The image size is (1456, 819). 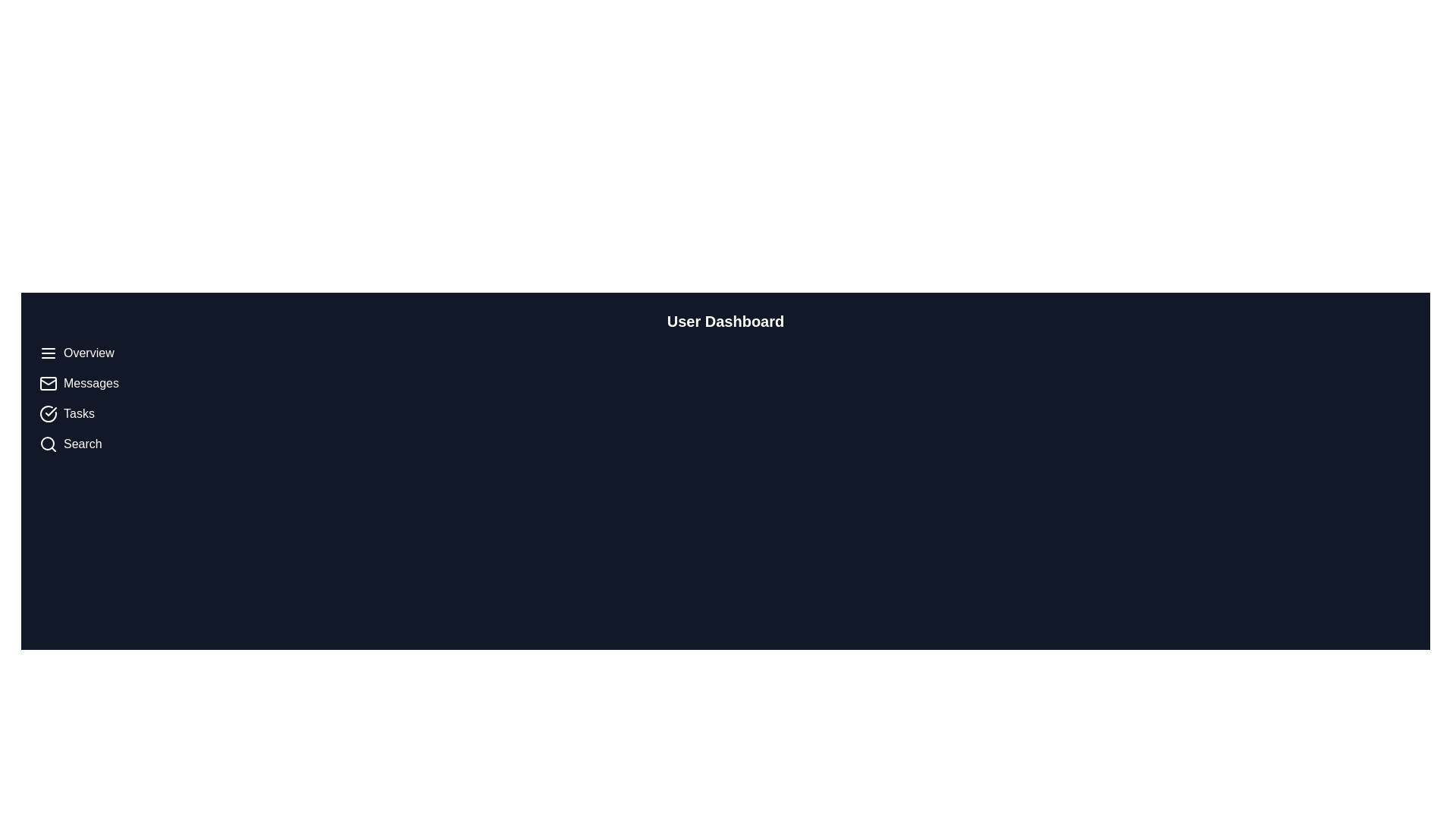 I want to click on the SVG rectangle element representing the envelope part of the mail icon, located at the top center of the rectangular icon, so click(x=48, y=382).